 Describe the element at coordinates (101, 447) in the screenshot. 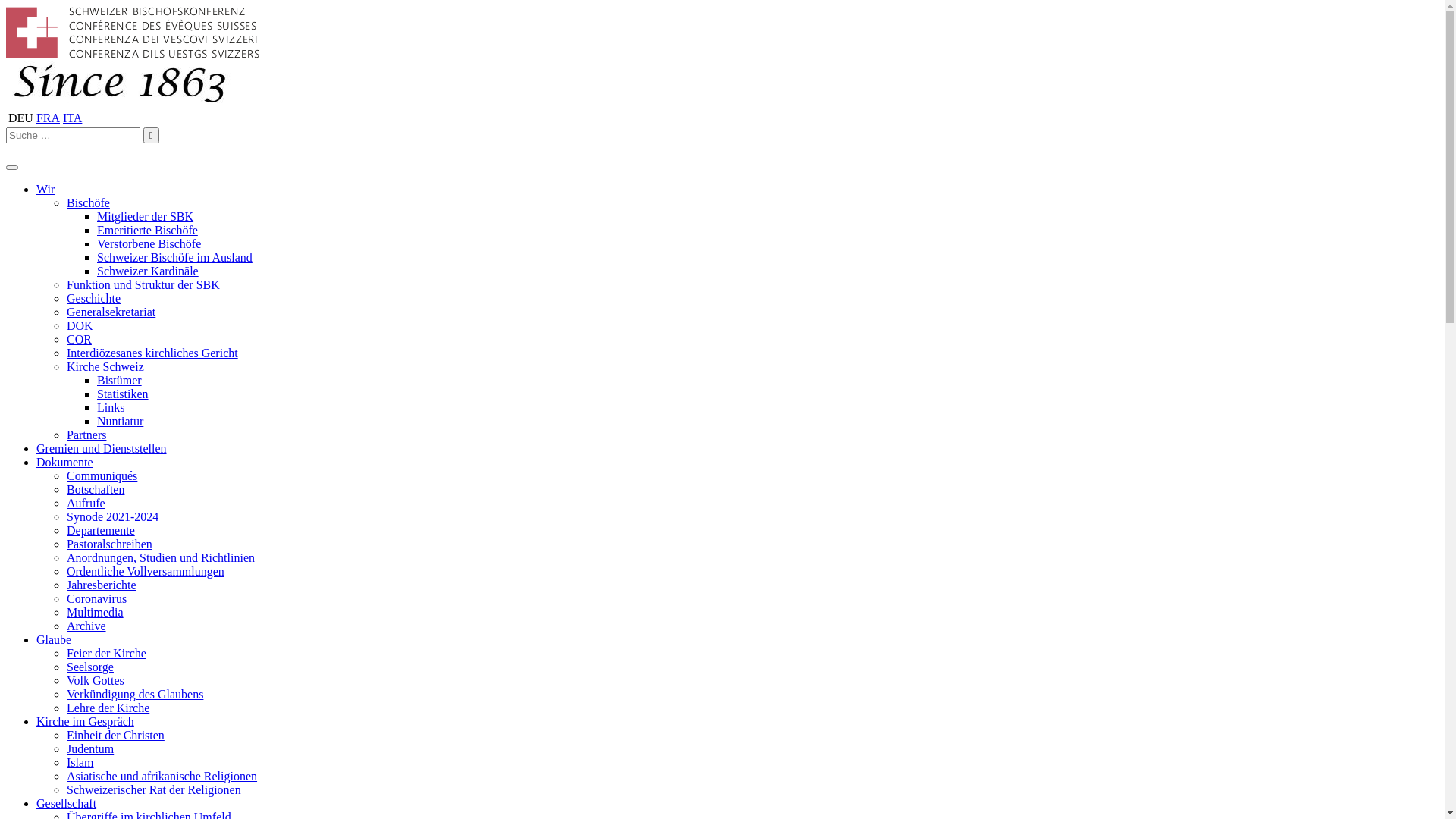

I see `'Gremien und Dienststellen'` at that location.